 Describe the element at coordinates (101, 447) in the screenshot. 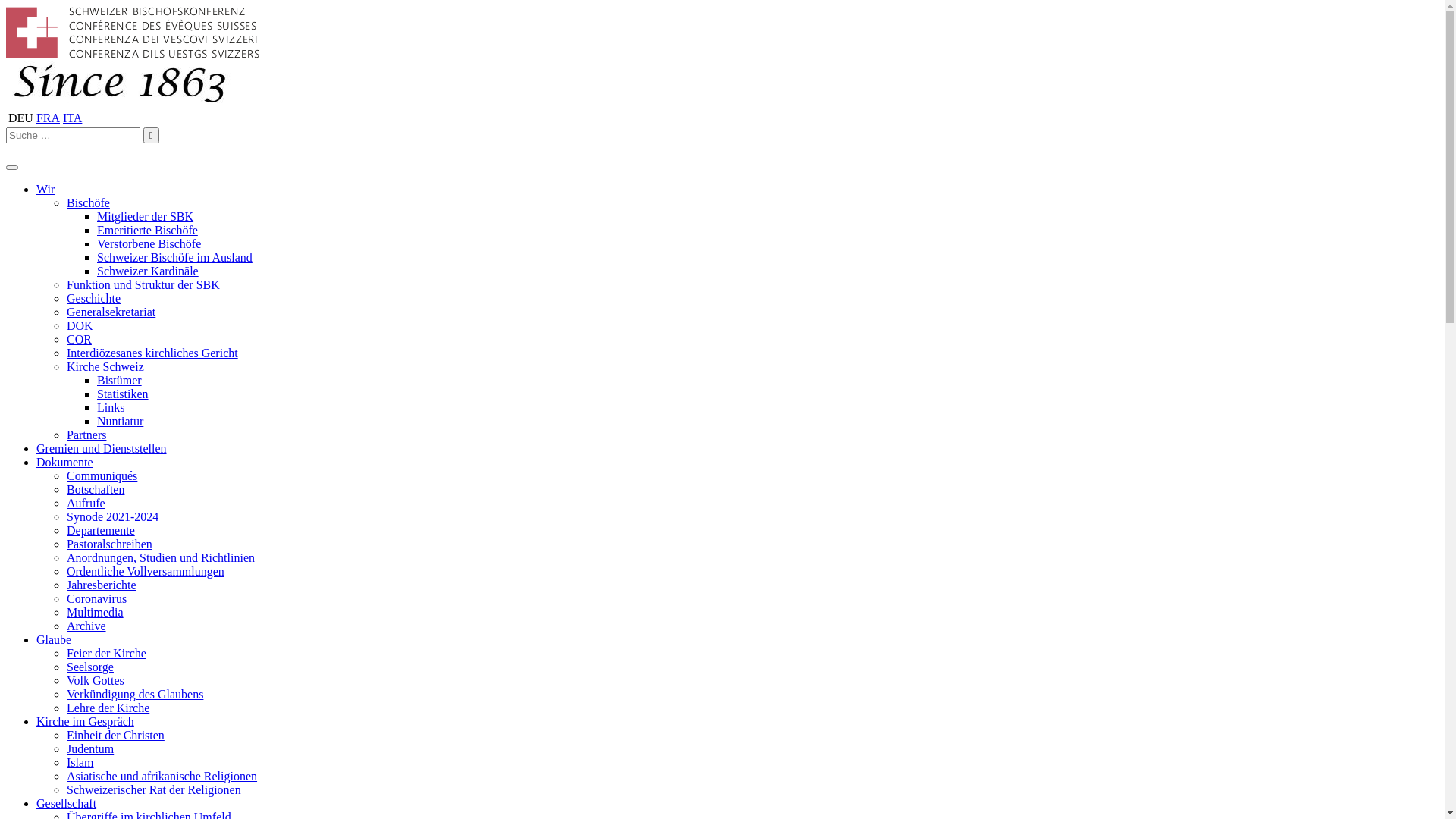

I see `'Gremien und Dienststellen'` at that location.